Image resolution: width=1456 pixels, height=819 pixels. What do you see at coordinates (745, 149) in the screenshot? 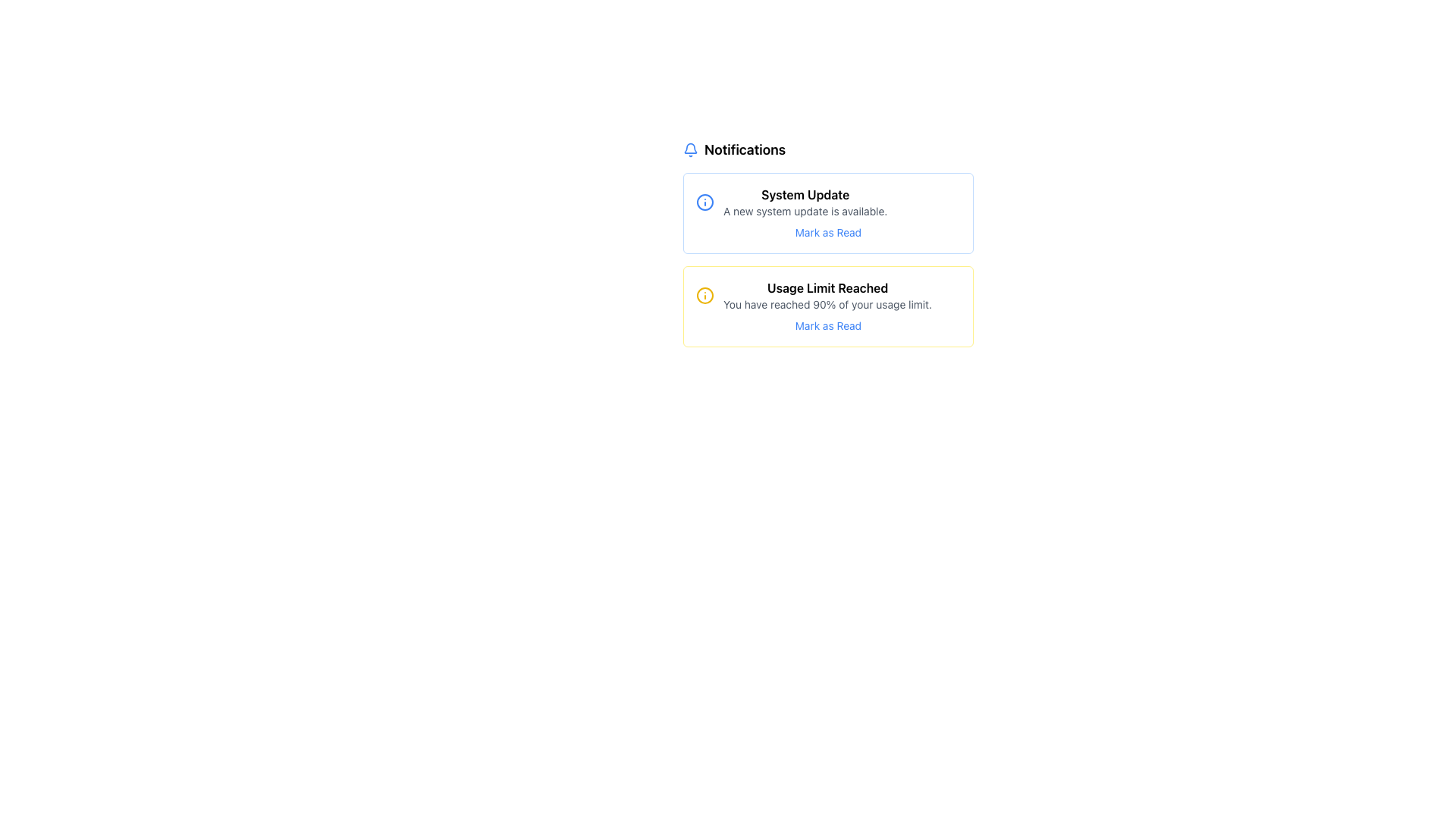
I see `the bold, black text label 'Notifications' that is styled with a larger font size and is positioned next to a blue bell icon` at bounding box center [745, 149].